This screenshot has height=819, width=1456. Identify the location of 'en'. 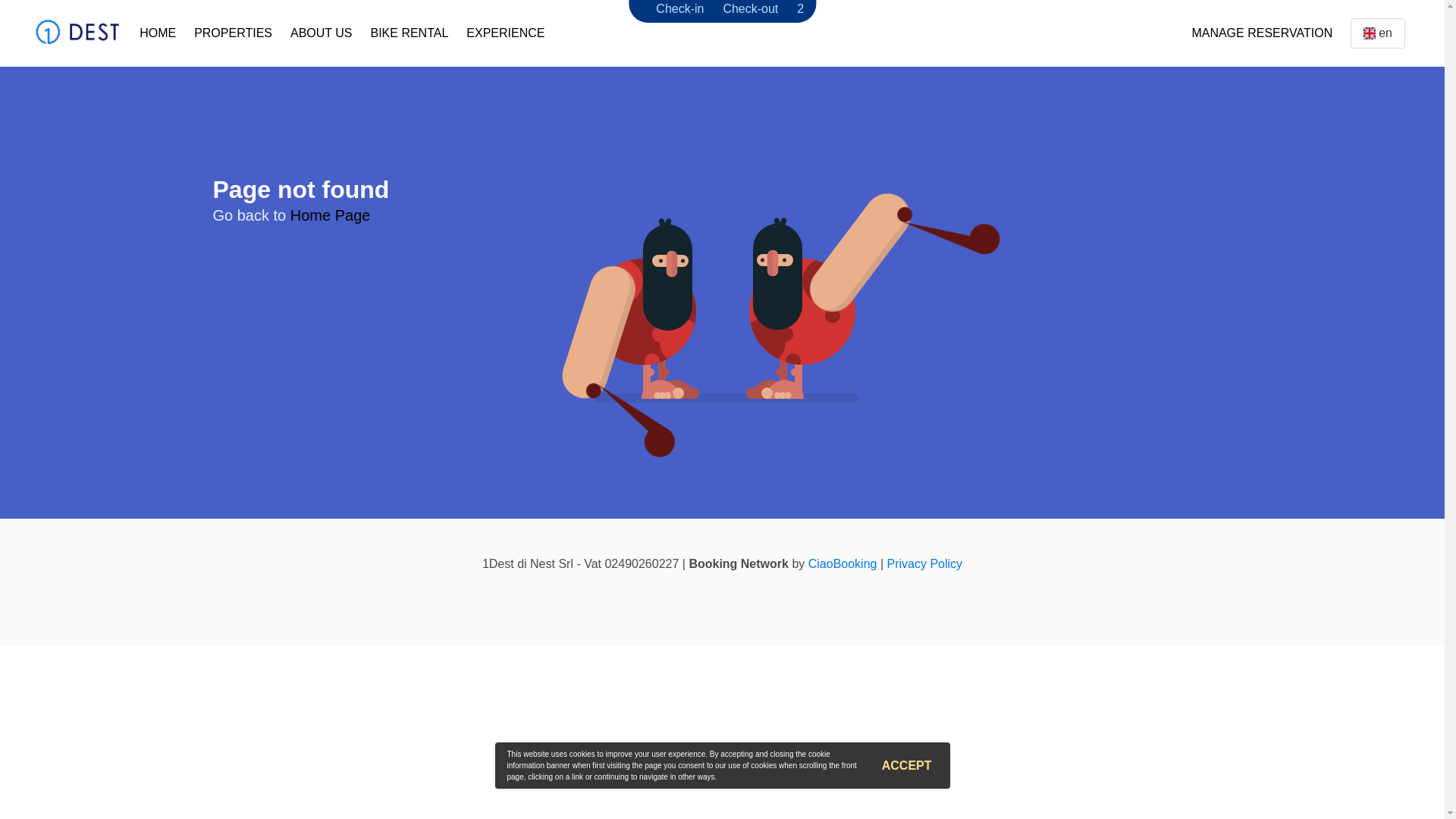
(1369, 33).